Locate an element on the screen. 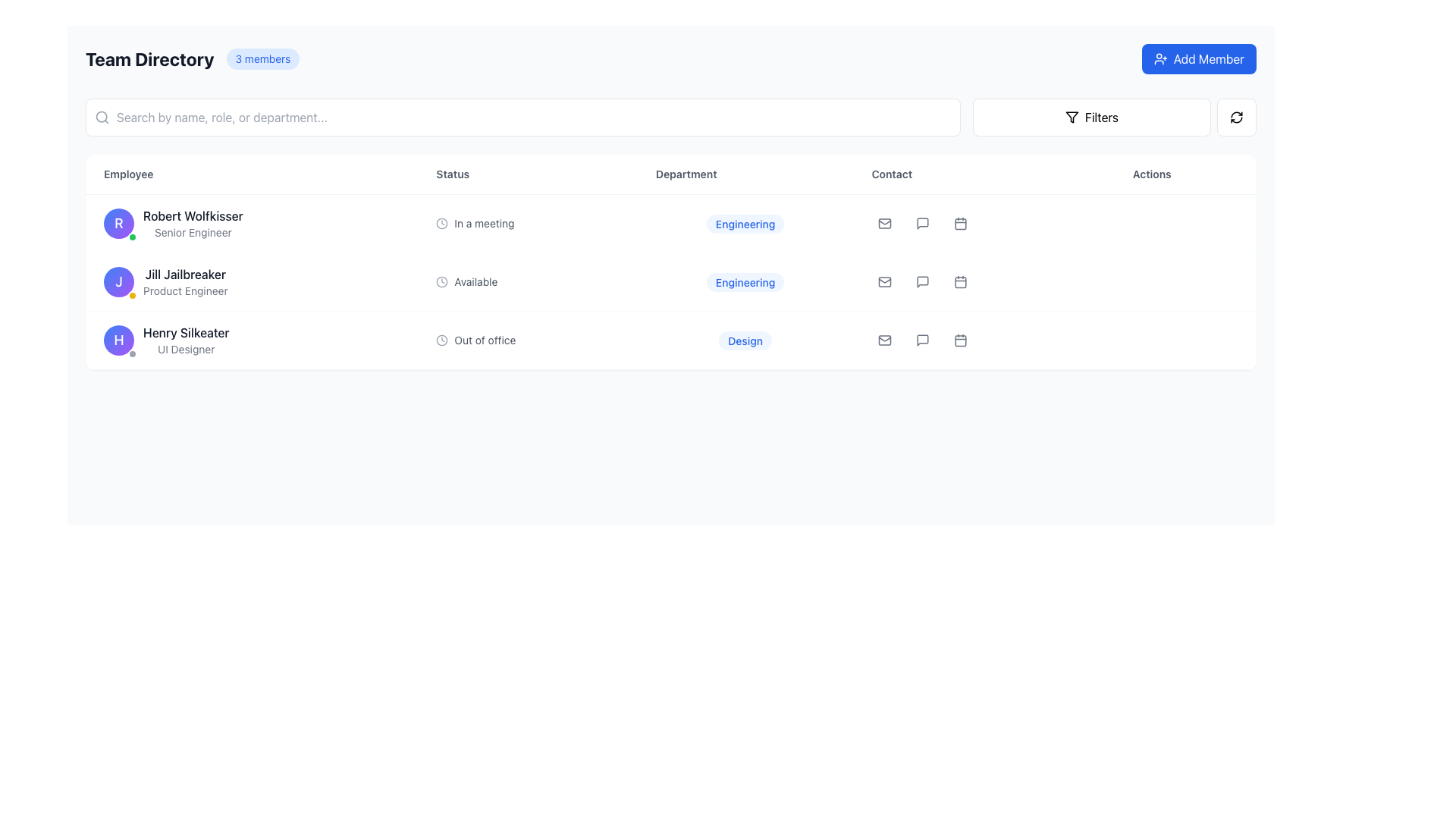 This screenshot has height=819, width=1456. avatar of the information display card for 'Jill Jailbreaker' located in the 'Employee' column of the 'Team Directory' table, which shows a status indication with a small yellow dot on the circular gradient blue-purple avatar is located at coordinates (252, 281).